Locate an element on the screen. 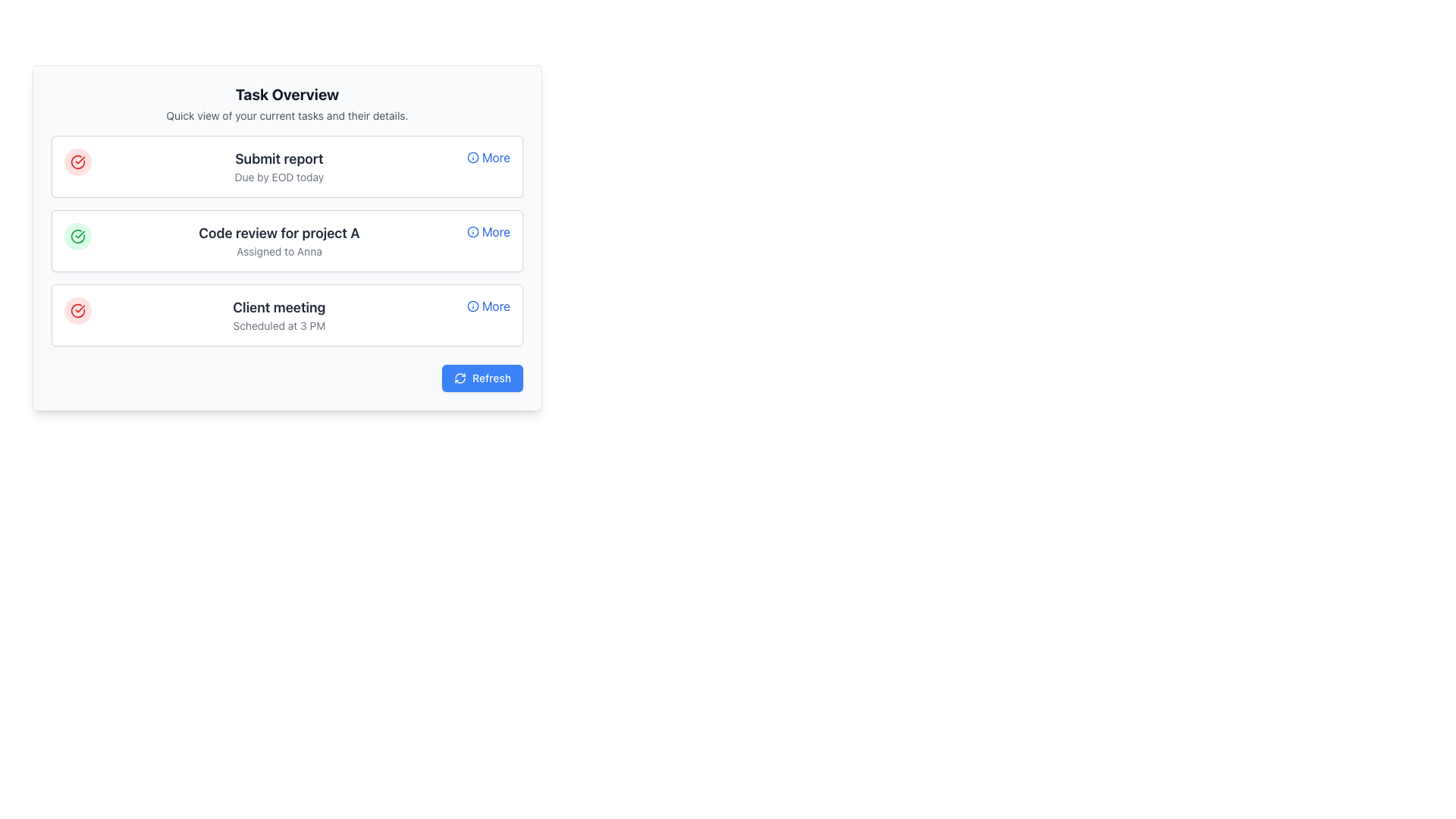 The width and height of the screenshot is (1456, 819). the second icon is located at coordinates (77, 237).